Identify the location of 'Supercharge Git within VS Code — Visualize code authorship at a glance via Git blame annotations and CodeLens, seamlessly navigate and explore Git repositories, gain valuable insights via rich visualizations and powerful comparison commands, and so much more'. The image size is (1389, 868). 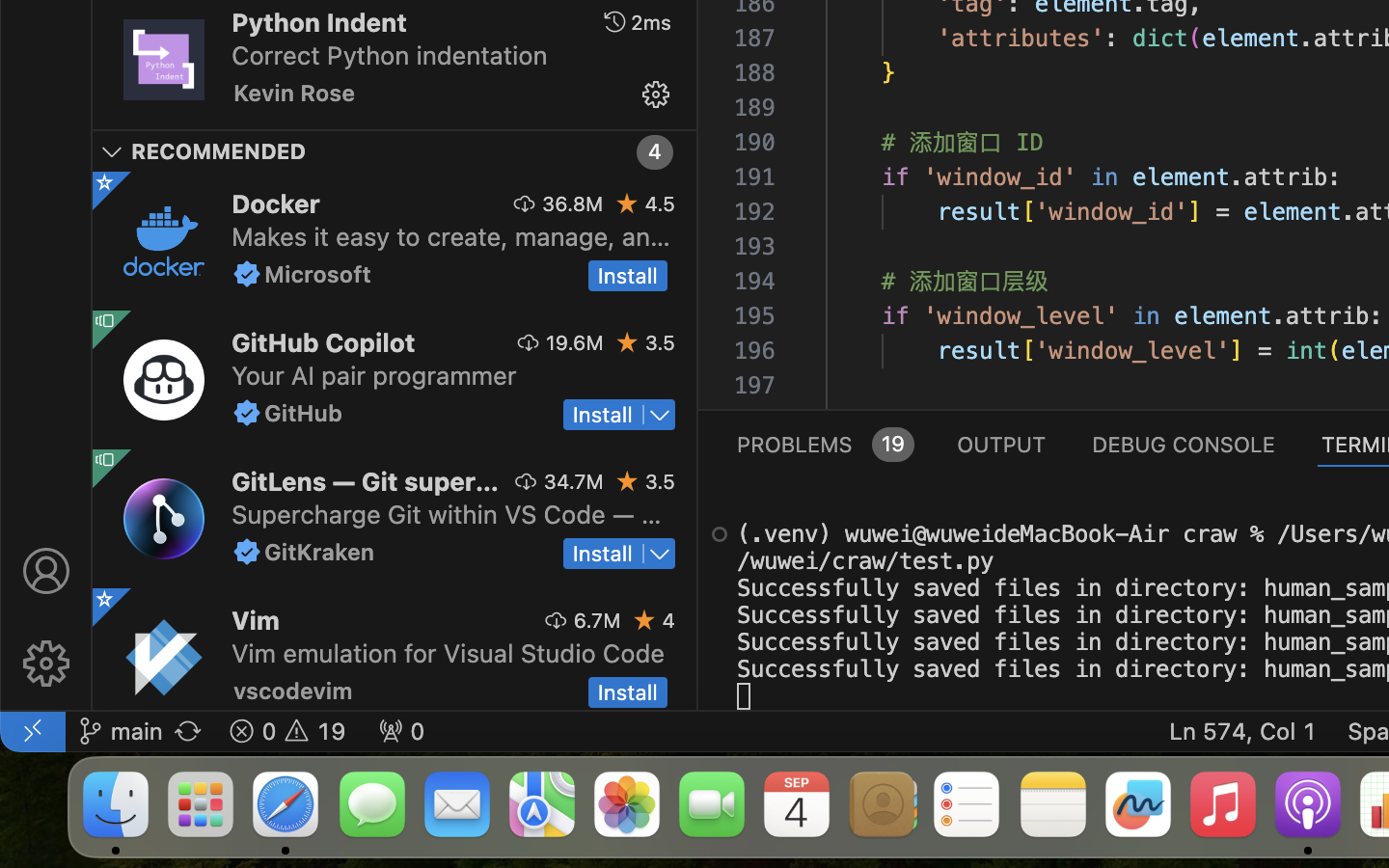
(446, 512).